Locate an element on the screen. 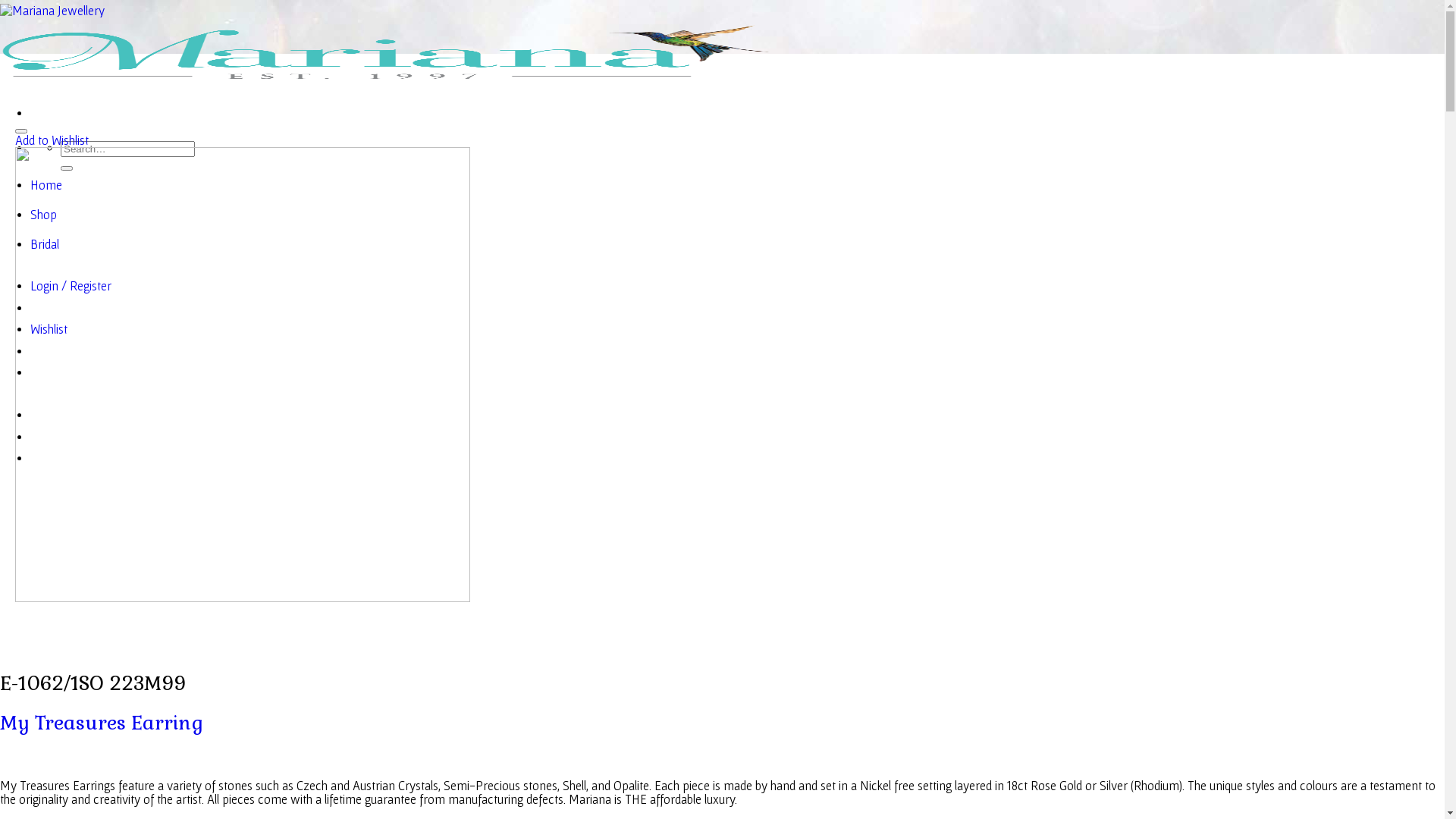  'Search' is located at coordinates (65, 168).